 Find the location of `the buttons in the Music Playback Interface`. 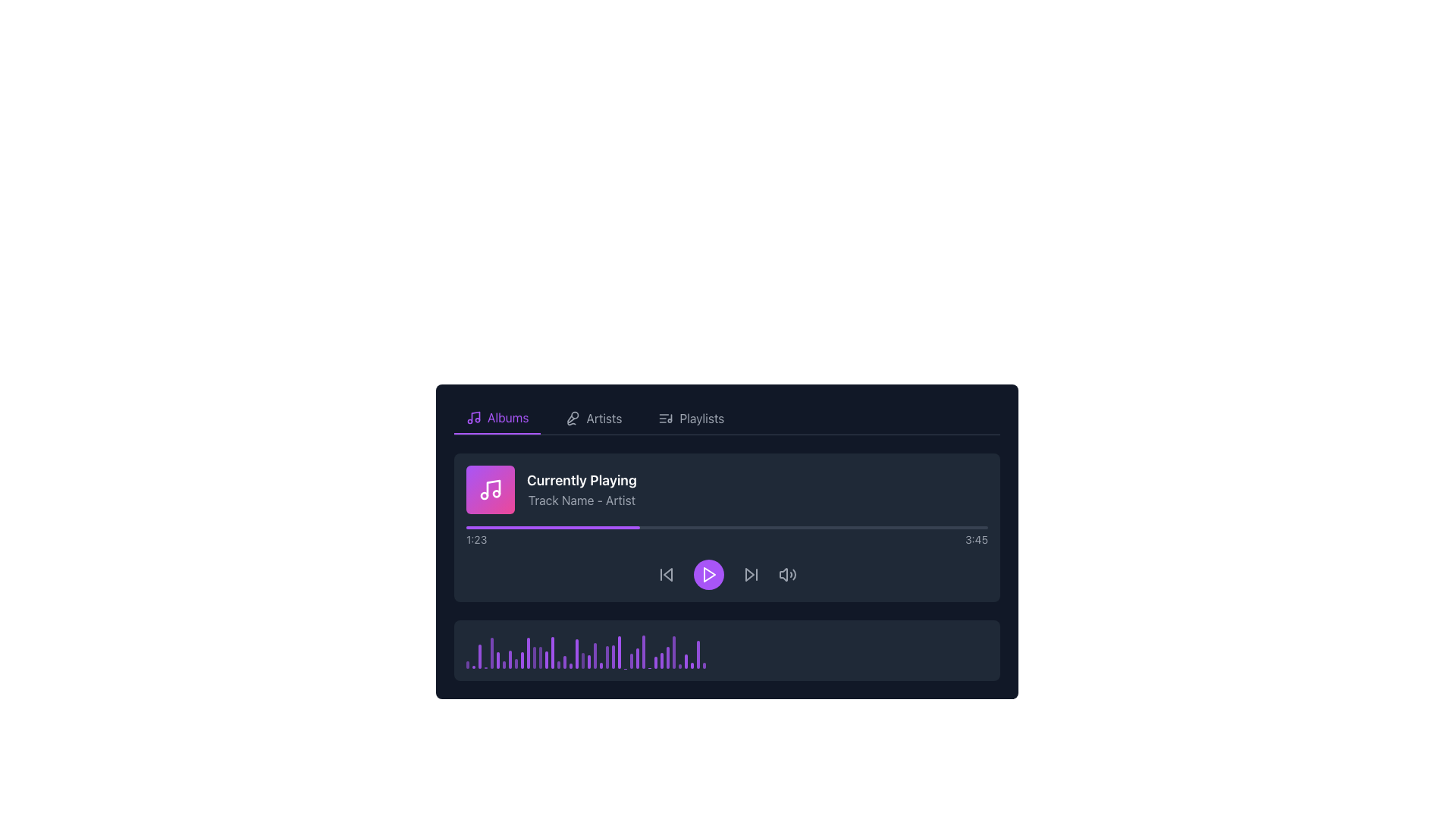

the buttons in the Music Playback Interface is located at coordinates (726, 567).